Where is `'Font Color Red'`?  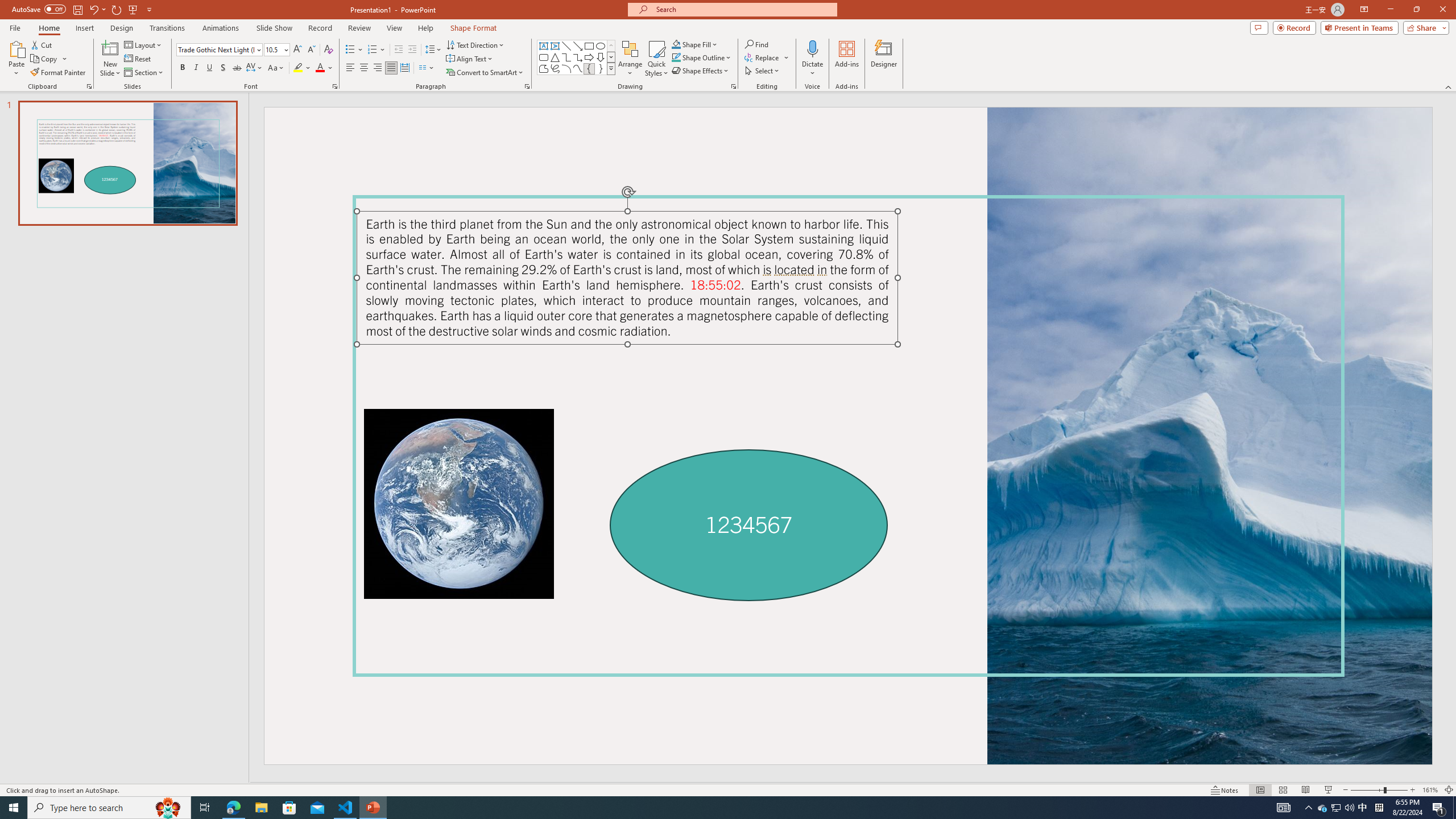
'Font Color Red' is located at coordinates (320, 67).